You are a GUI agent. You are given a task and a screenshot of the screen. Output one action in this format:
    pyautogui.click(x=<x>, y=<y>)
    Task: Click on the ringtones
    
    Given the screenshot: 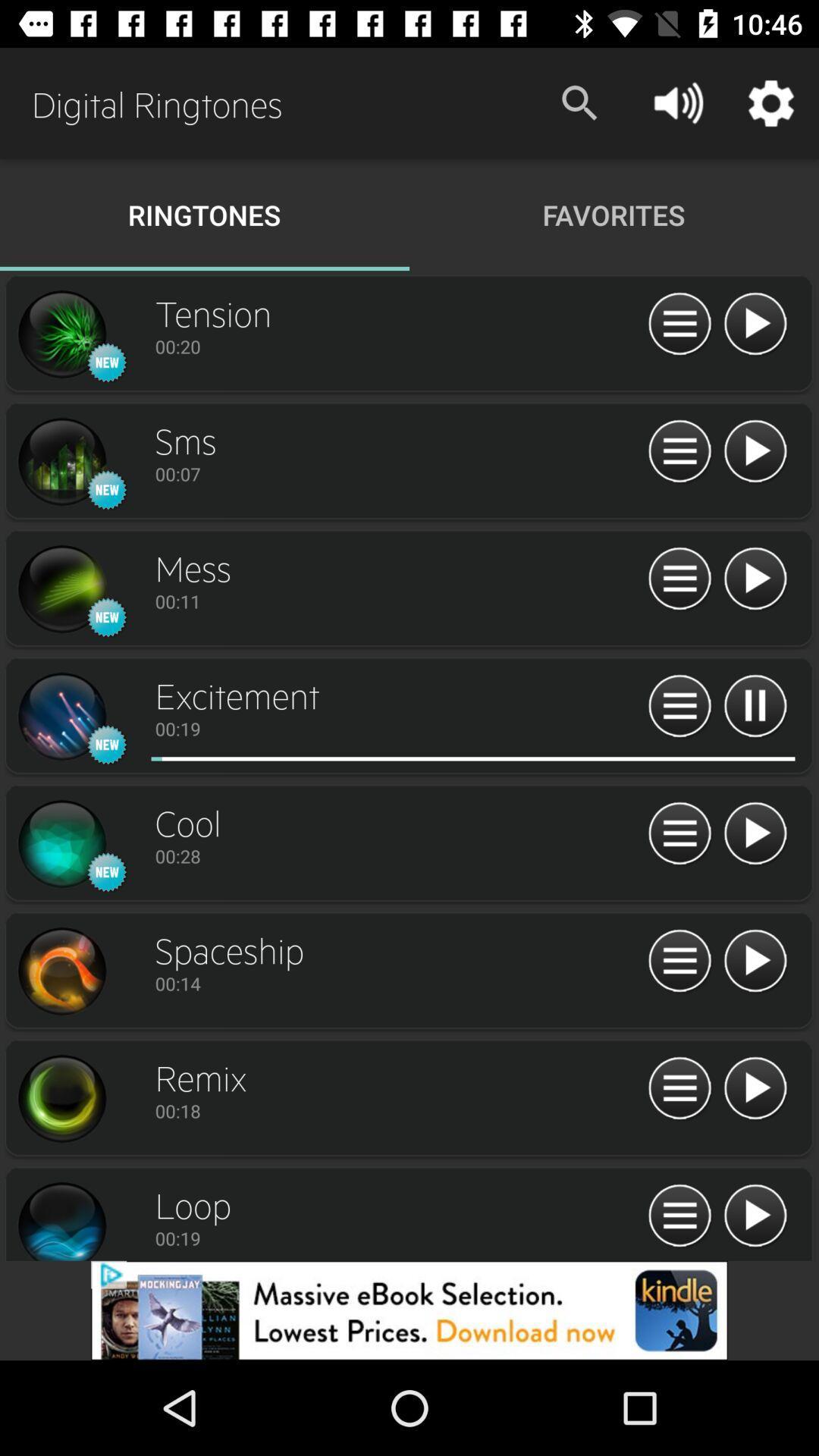 What is the action you would take?
    pyautogui.click(x=61, y=461)
    